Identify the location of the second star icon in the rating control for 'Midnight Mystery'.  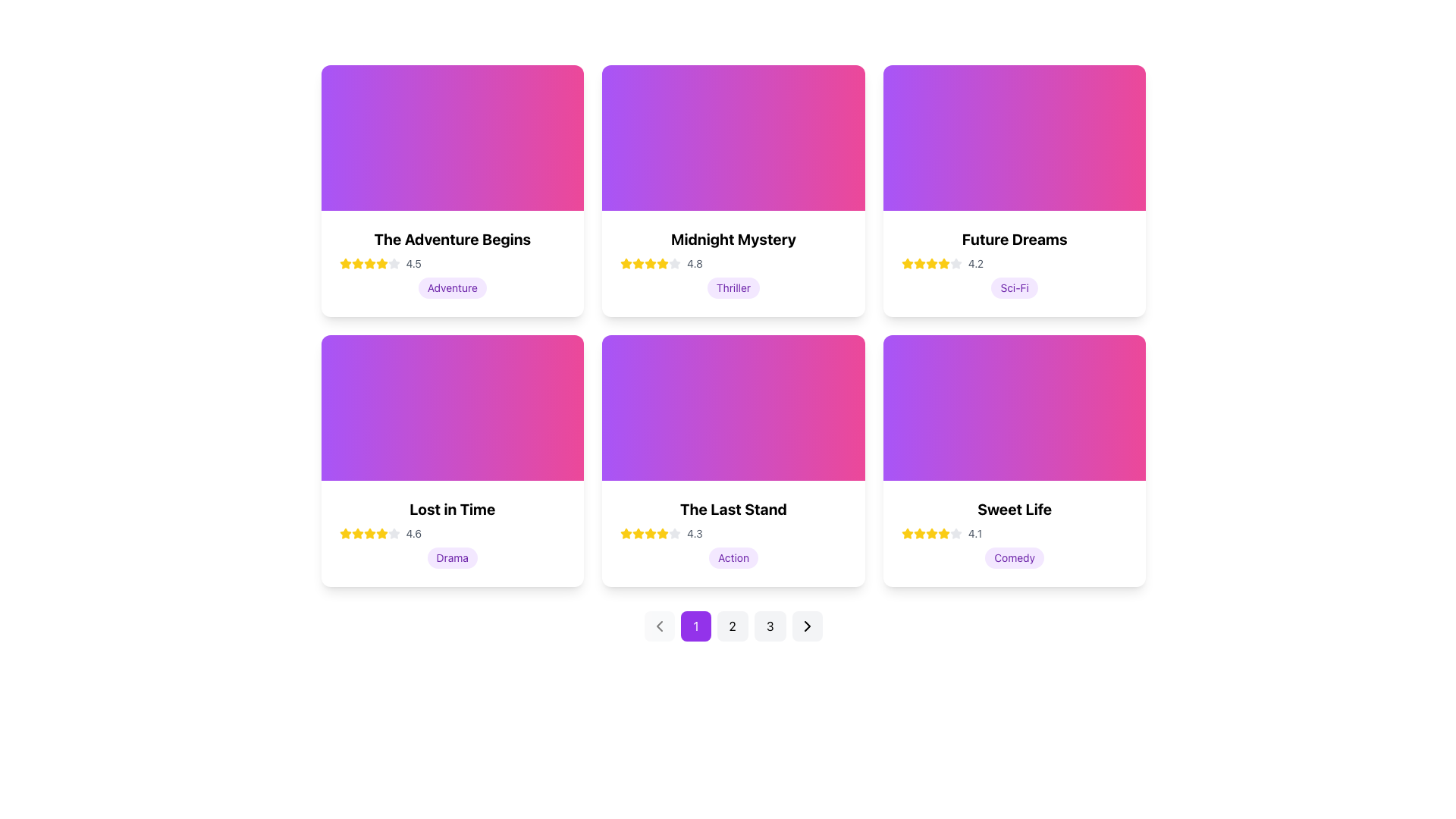
(674, 262).